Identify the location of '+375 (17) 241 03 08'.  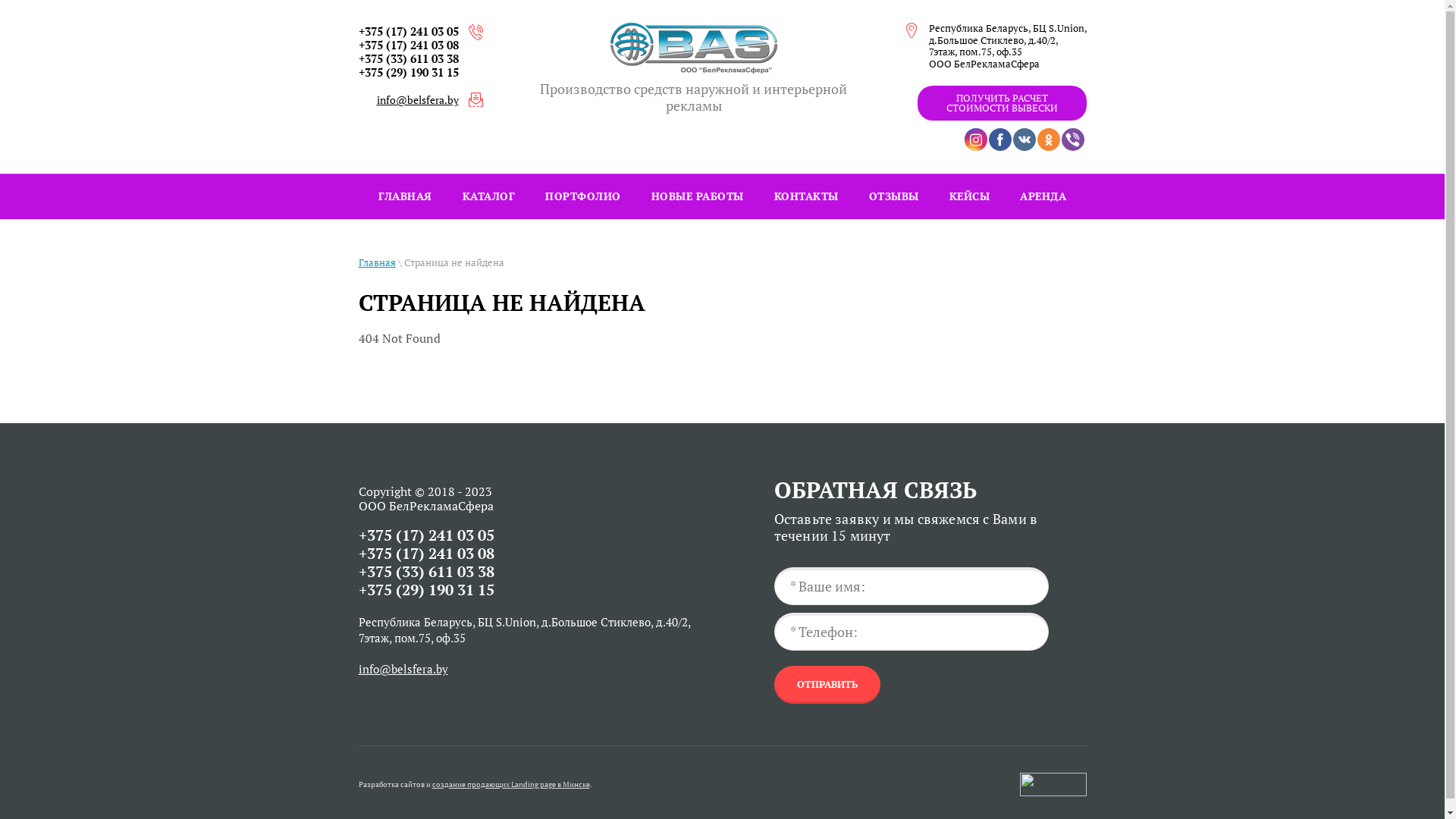
(425, 553).